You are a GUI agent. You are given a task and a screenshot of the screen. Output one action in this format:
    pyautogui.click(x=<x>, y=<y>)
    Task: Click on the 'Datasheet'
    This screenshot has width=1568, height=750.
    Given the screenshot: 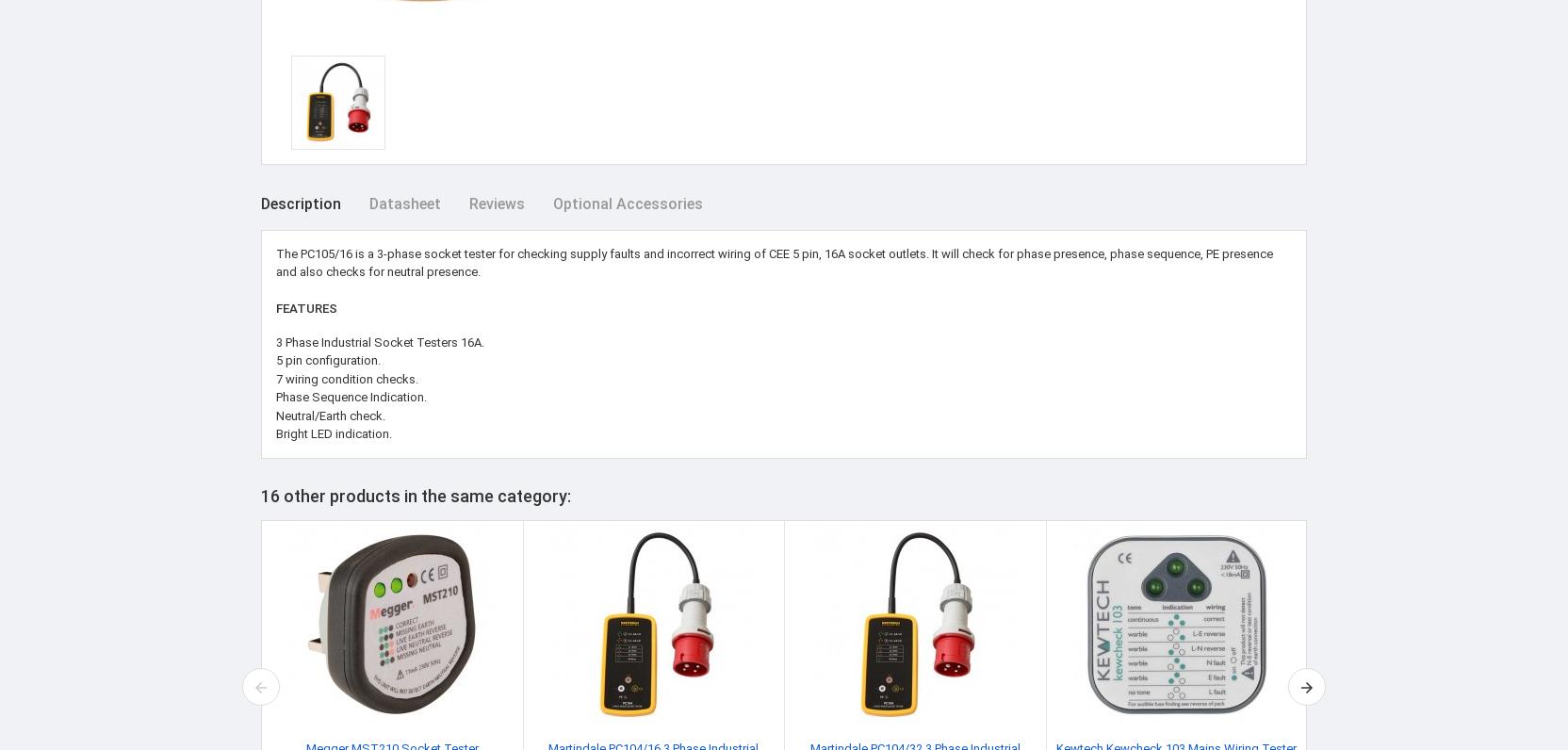 What is the action you would take?
    pyautogui.click(x=403, y=202)
    